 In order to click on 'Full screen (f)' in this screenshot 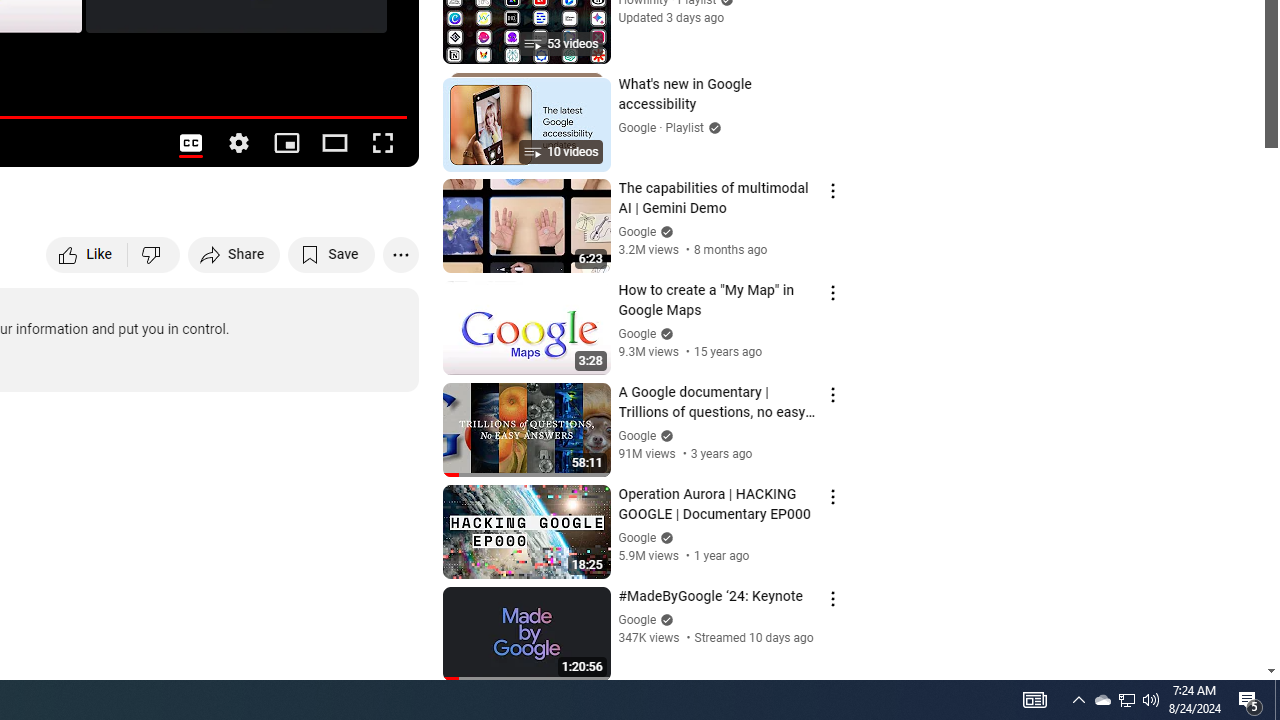, I will do `click(382, 141)`.